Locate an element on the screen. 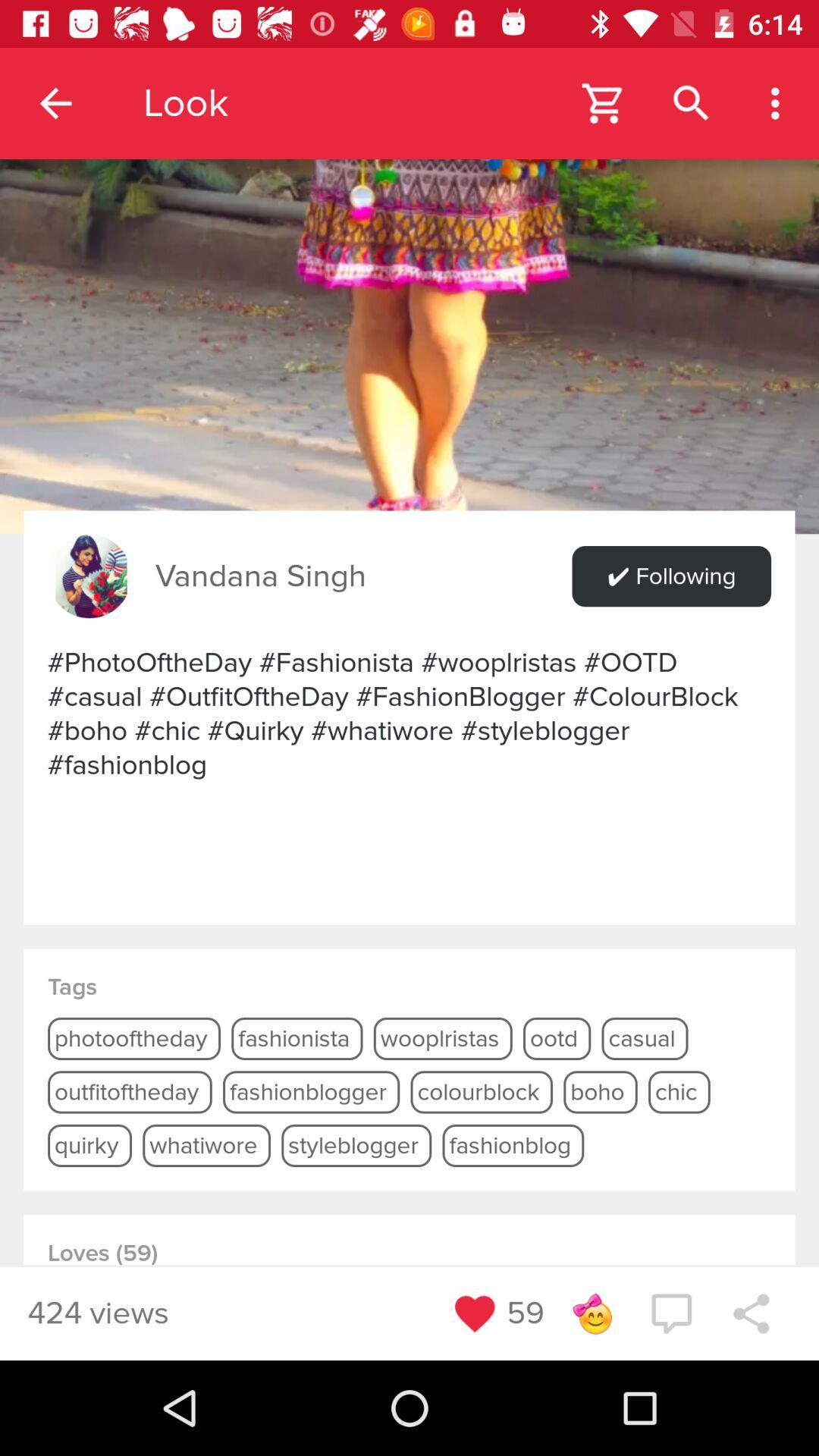 Image resolution: width=819 pixels, height=1456 pixels. item to the right of 59 is located at coordinates (591, 1313).